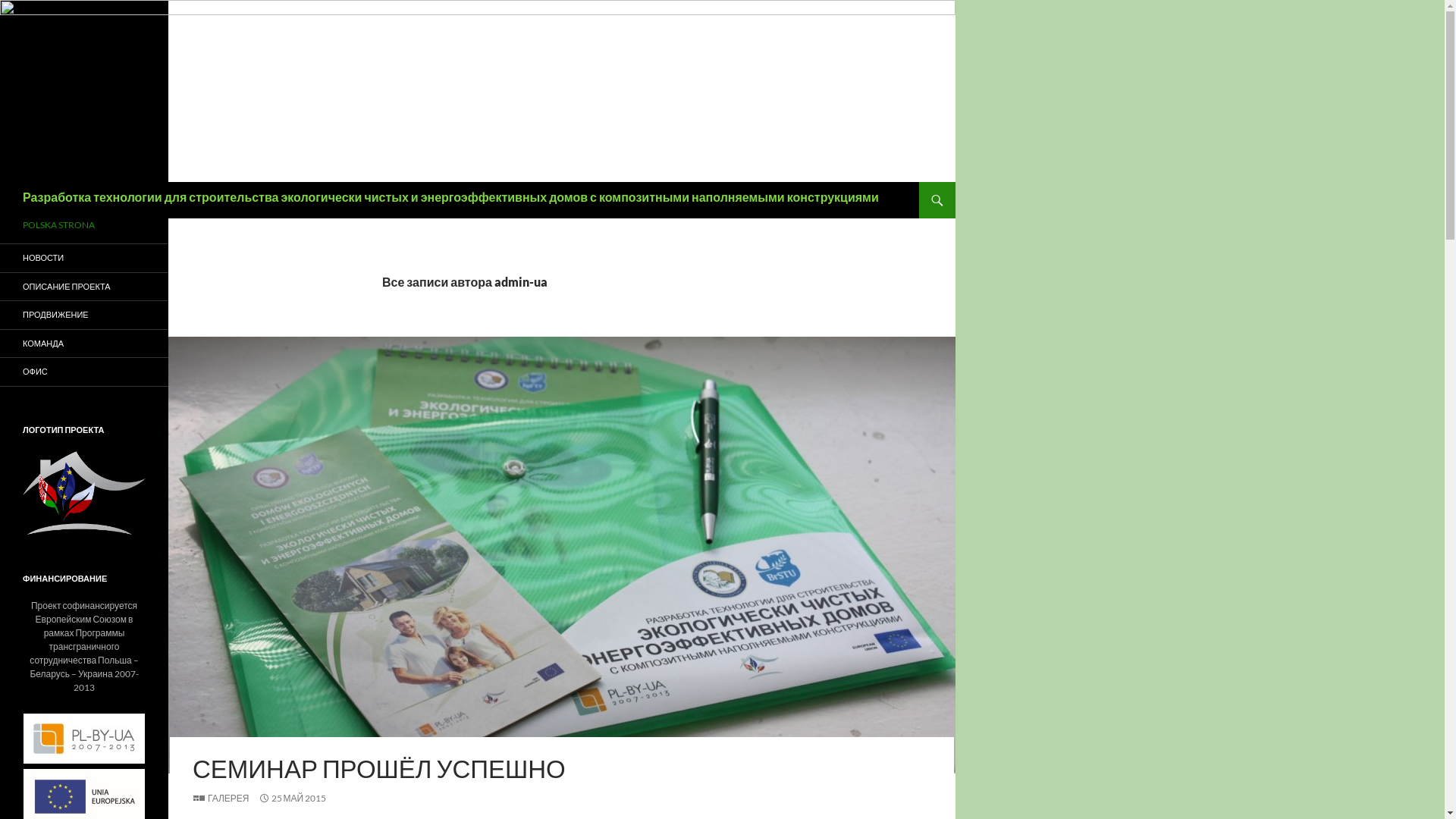  Describe the element at coordinates (83, 225) in the screenshot. I see `'POLSKA STRONA'` at that location.